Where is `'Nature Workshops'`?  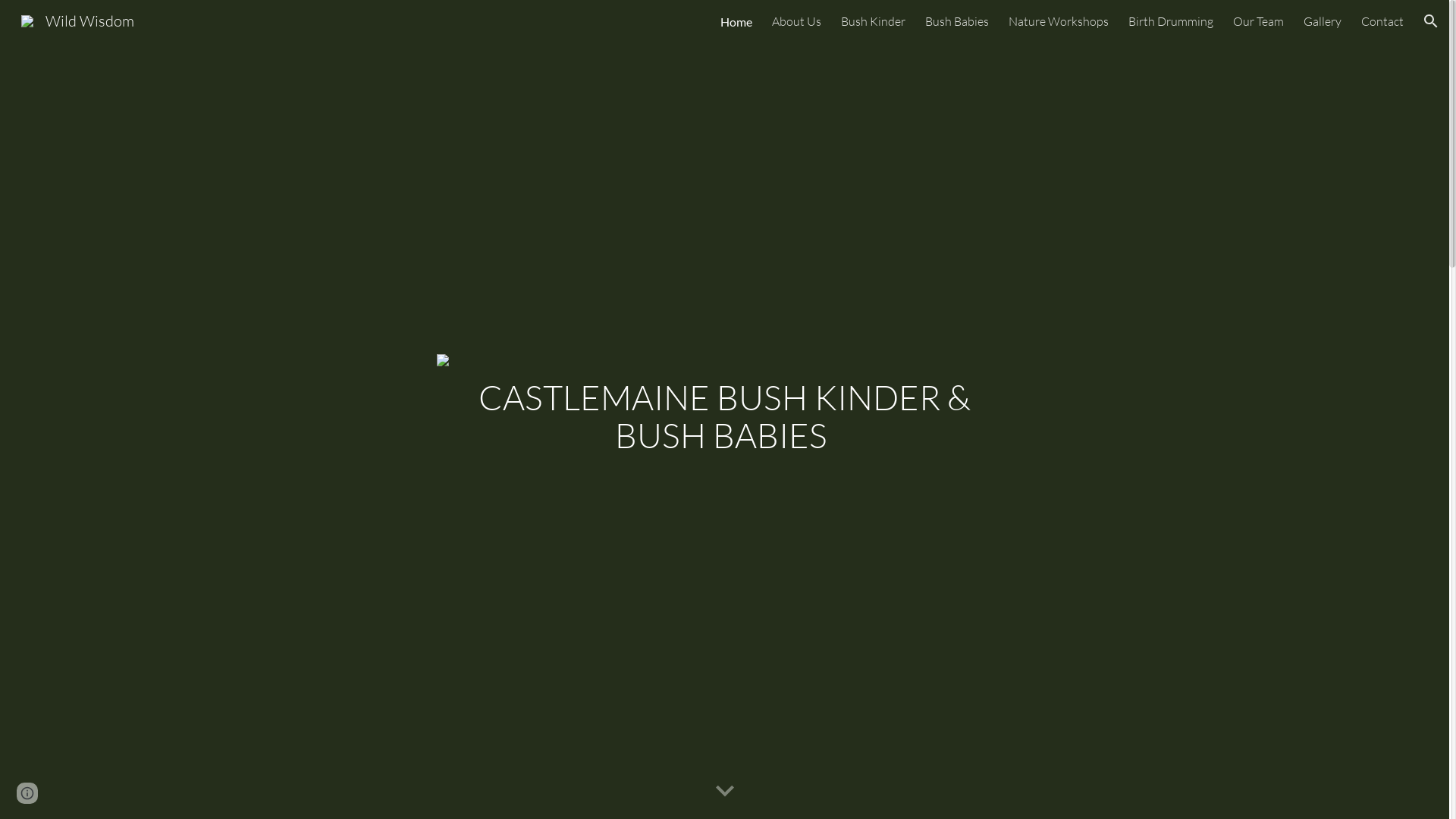 'Nature Workshops' is located at coordinates (1058, 20).